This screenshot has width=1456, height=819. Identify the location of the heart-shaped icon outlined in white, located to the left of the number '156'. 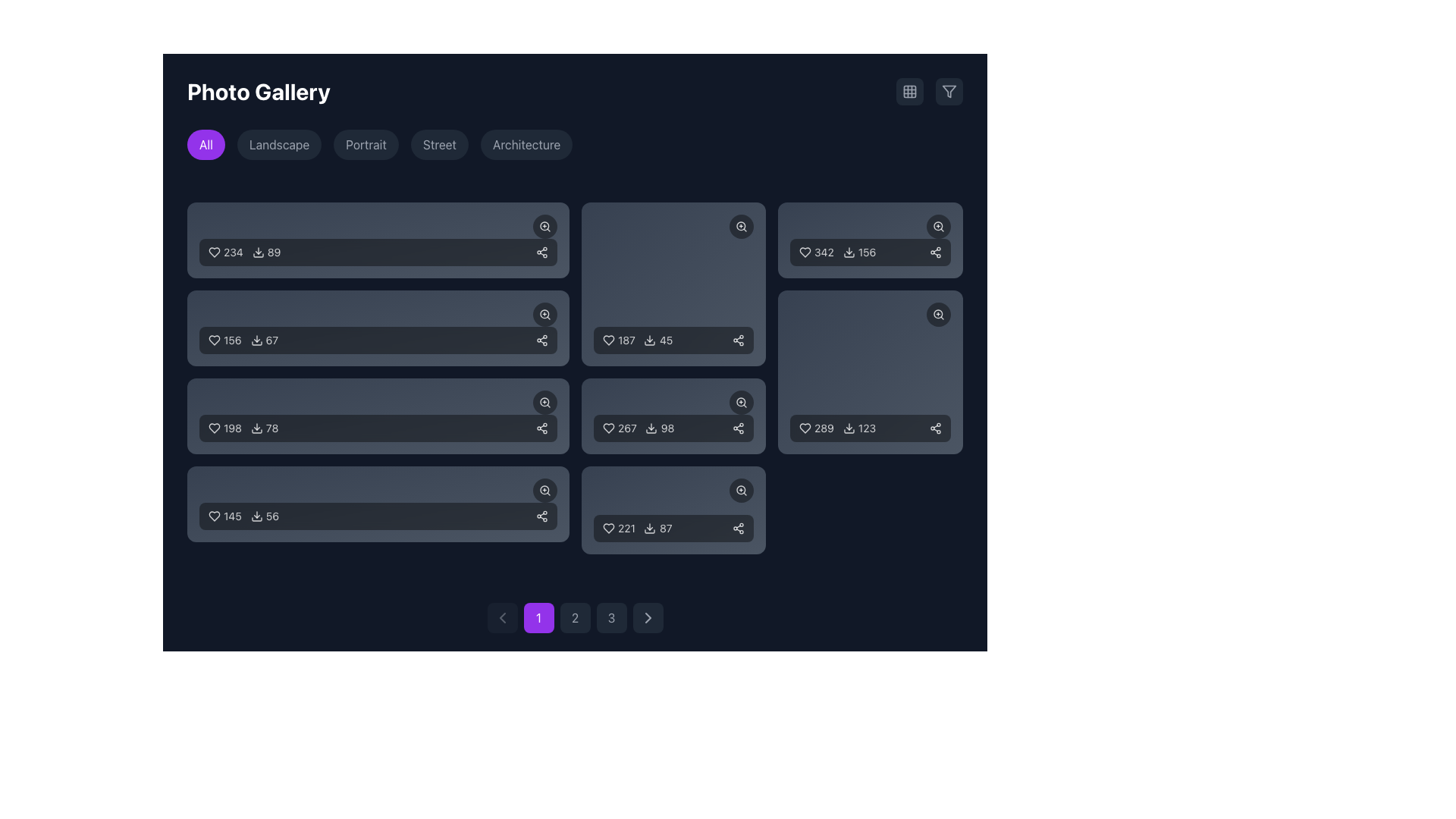
(214, 339).